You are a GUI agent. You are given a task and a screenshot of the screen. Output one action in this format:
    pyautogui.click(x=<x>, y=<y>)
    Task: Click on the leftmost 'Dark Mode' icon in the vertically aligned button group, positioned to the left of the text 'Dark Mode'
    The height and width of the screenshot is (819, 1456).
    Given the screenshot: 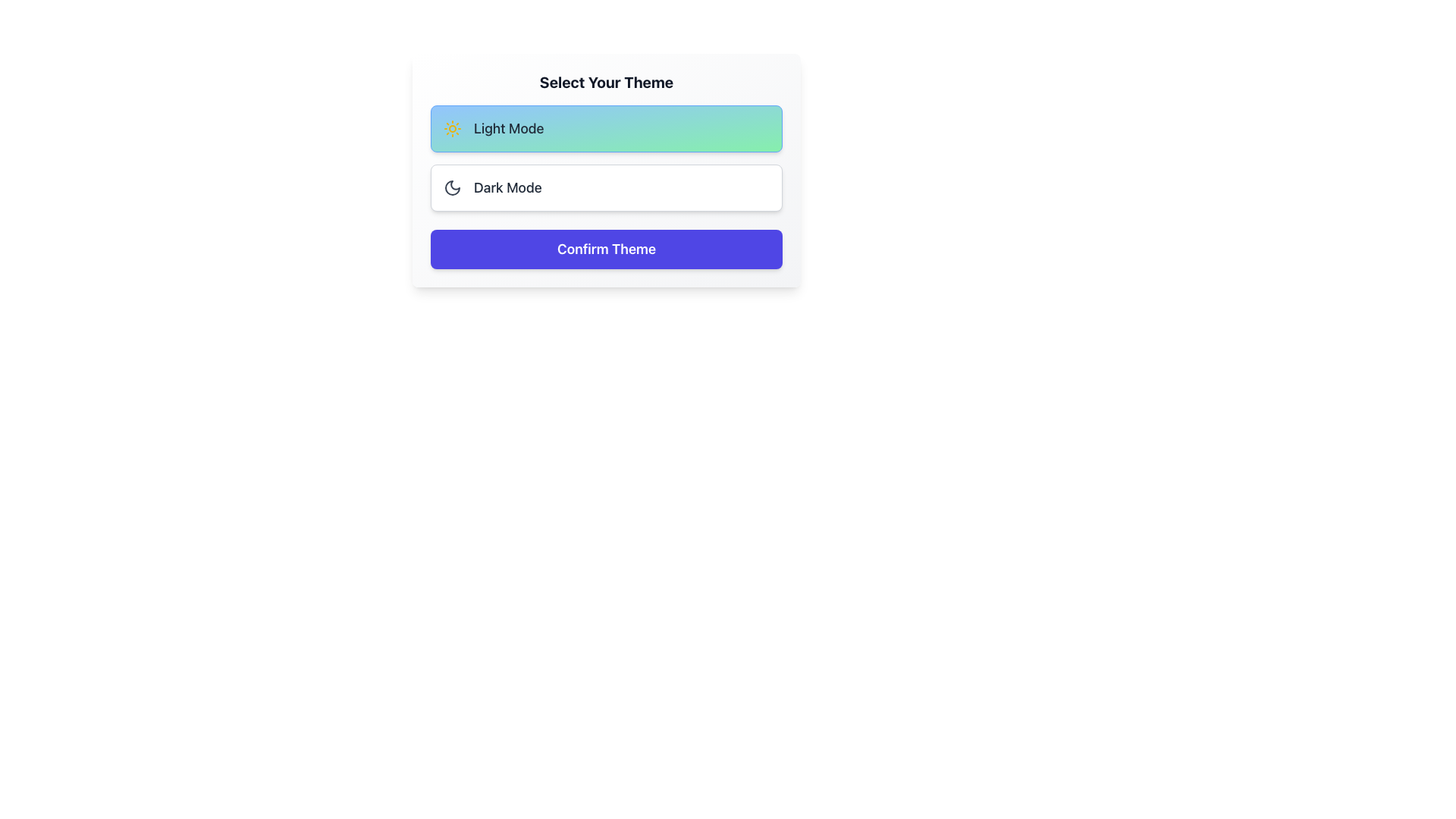 What is the action you would take?
    pyautogui.click(x=451, y=187)
    